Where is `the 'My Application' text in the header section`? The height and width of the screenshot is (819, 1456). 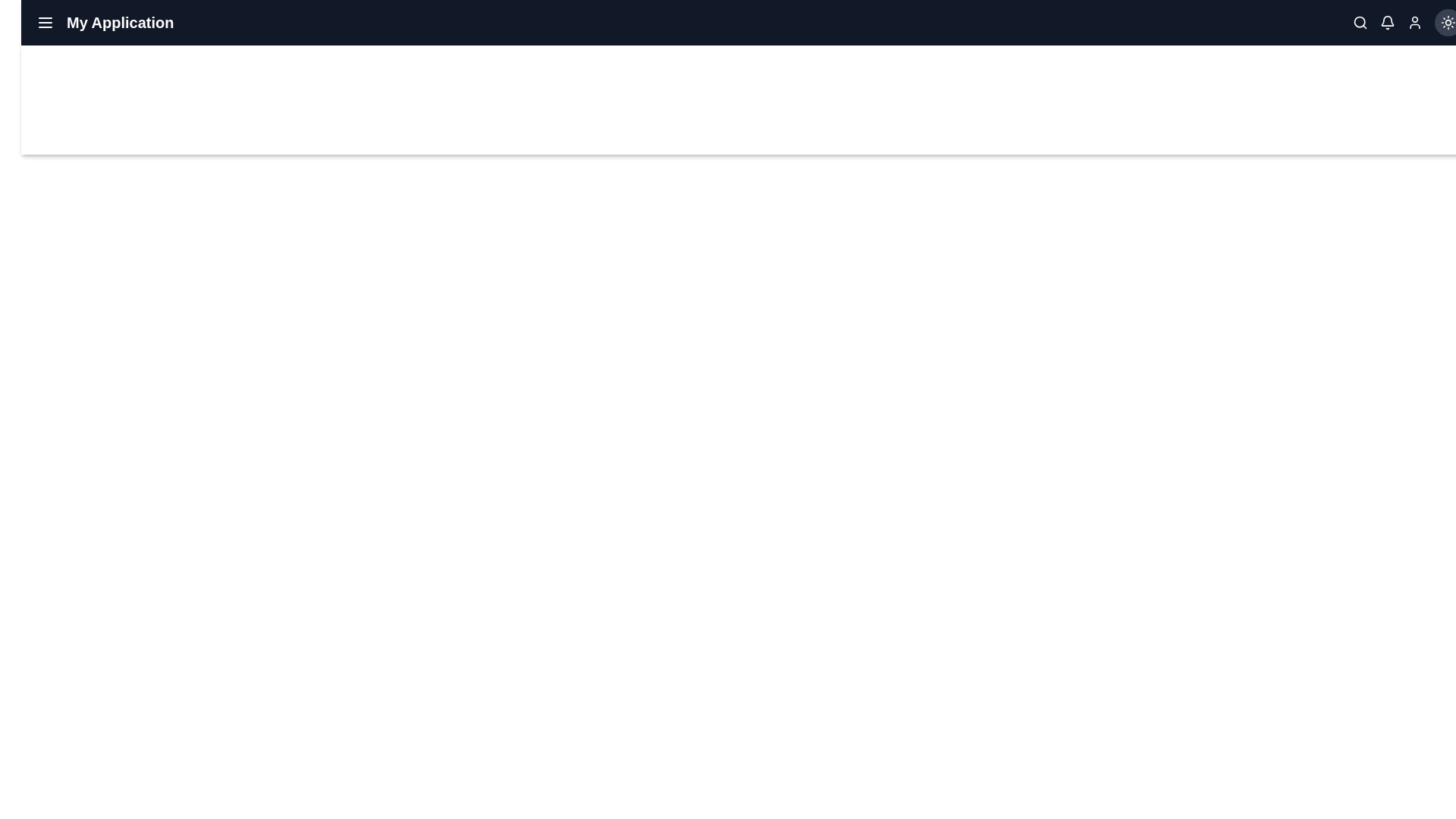 the 'My Application' text in the header section is located at coordinates (104, 23).